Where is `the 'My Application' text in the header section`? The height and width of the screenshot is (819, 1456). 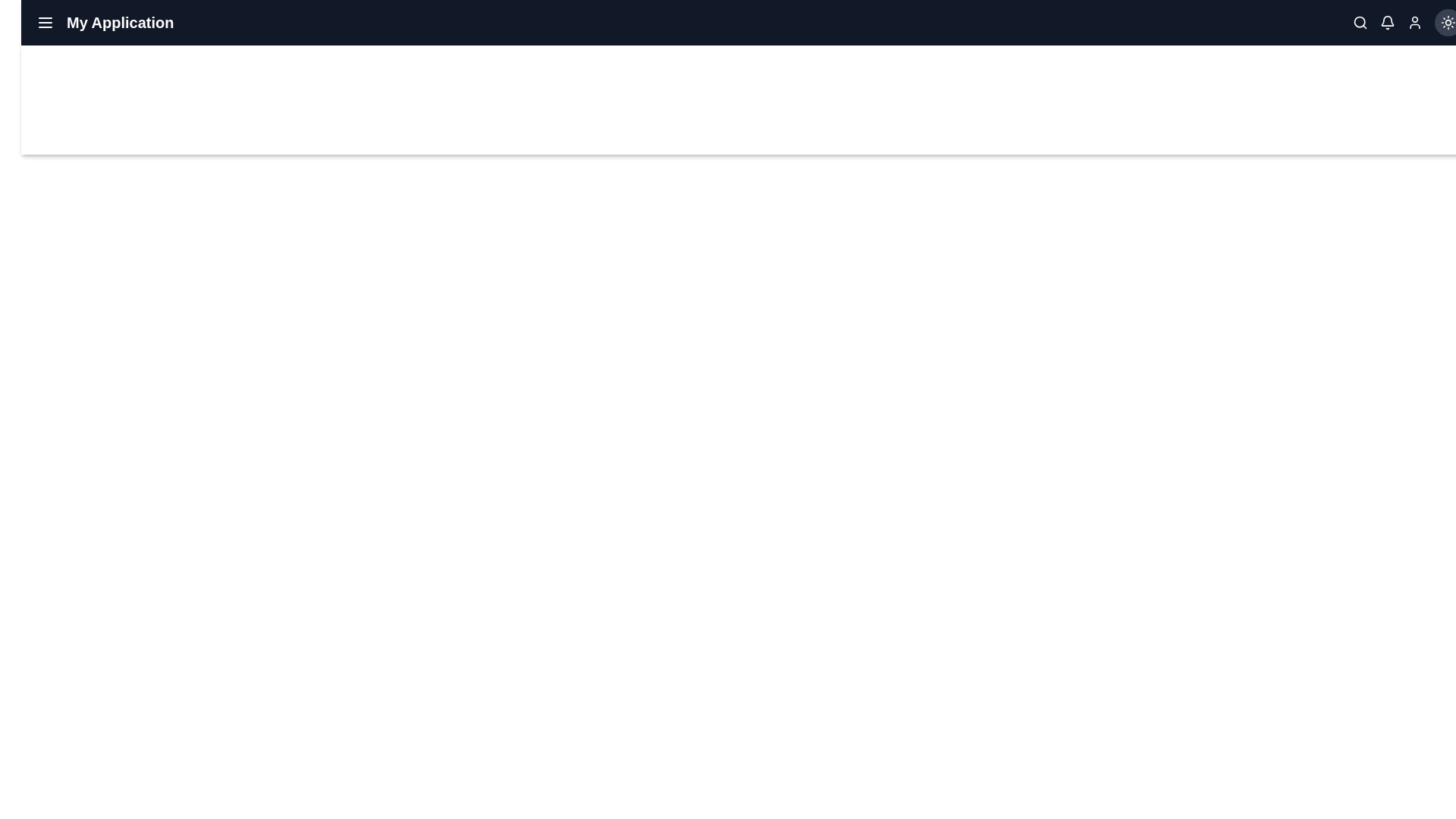 the 'My Application' text in the header section is located at coordinates (104, 23).